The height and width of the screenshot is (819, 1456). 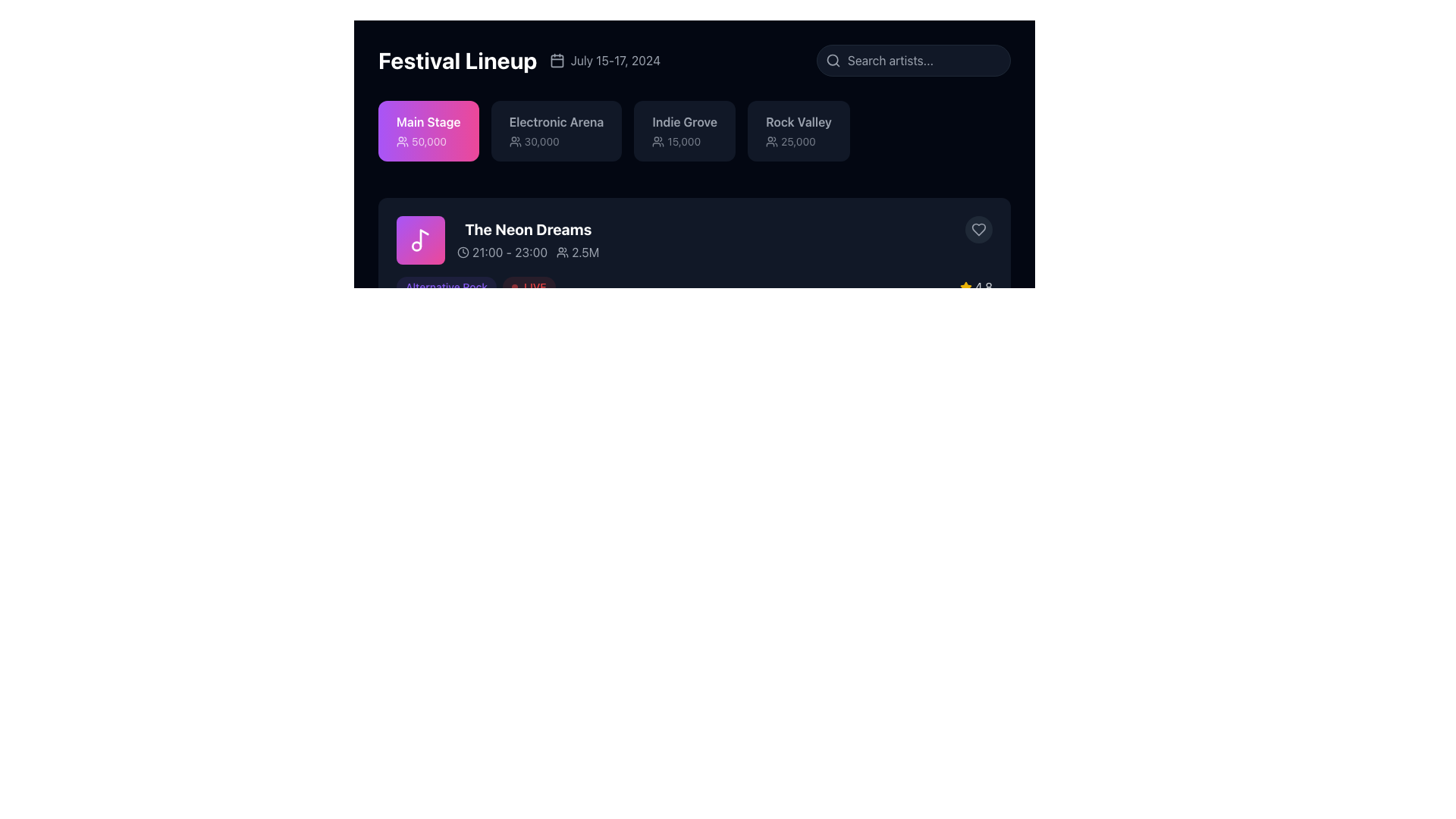 I want to click on the label indicating the live status of 'The Neon Dreams' event, positioned to the right of the 'Alternative Rock' label, so click(x=529, y=287).